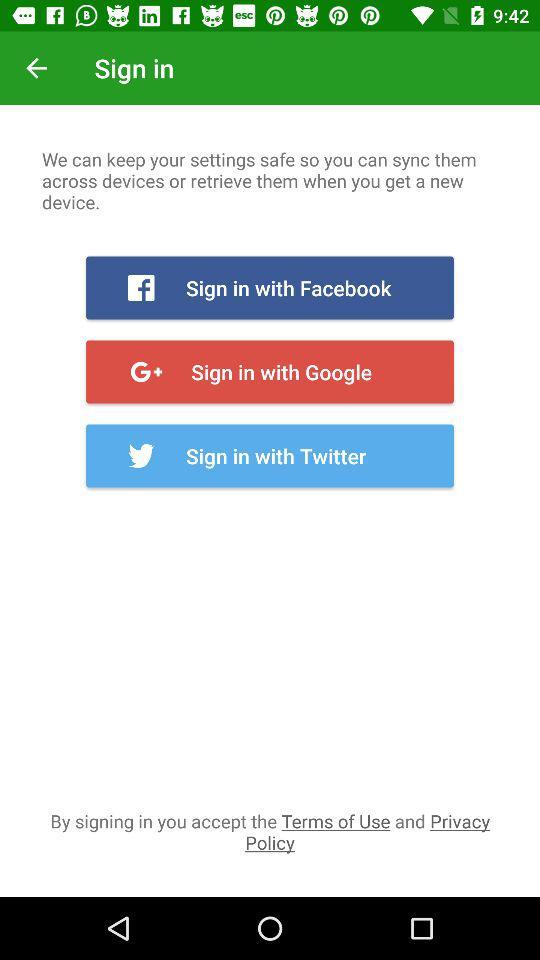 The image size is (540, 960). What do you see at coordinates (36, 68) in the screenshot?
I see `the item above we can keep` at bounding box center [36, 68].